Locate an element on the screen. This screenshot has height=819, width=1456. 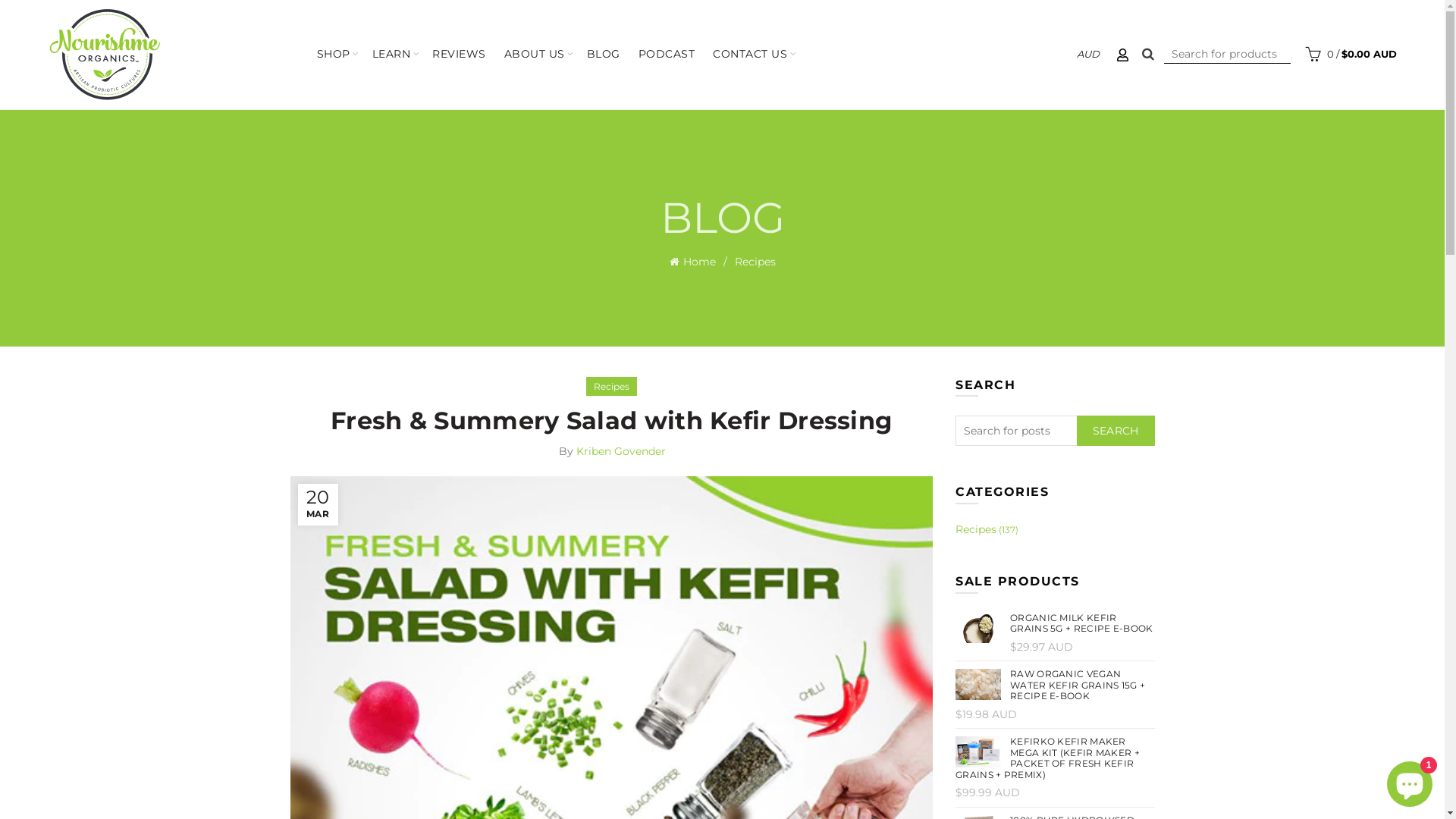
'Recipes' is located at coordinates (754, 260).